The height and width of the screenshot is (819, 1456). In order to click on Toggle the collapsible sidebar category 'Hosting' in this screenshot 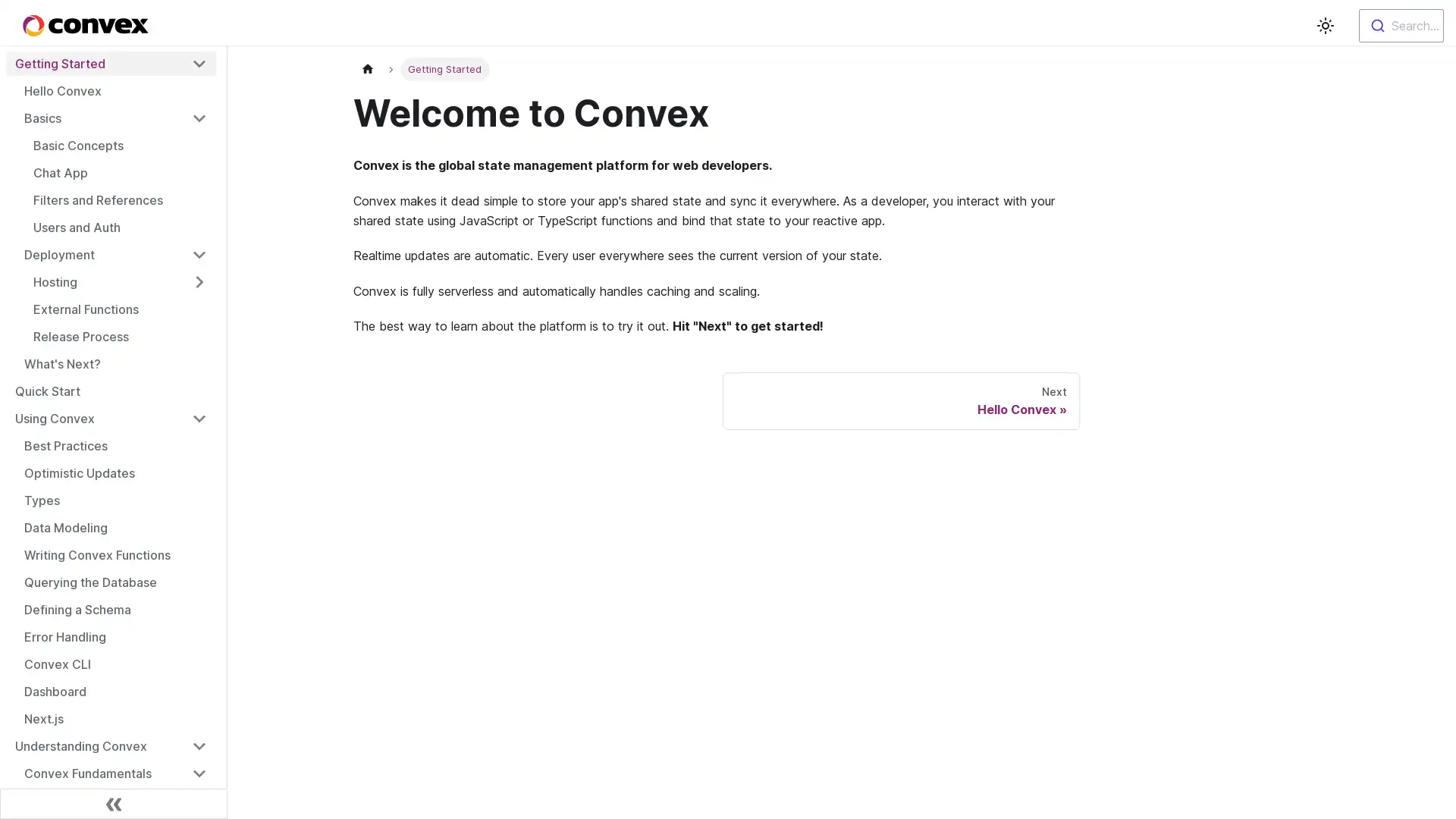, I will do `click(199, 281)`.